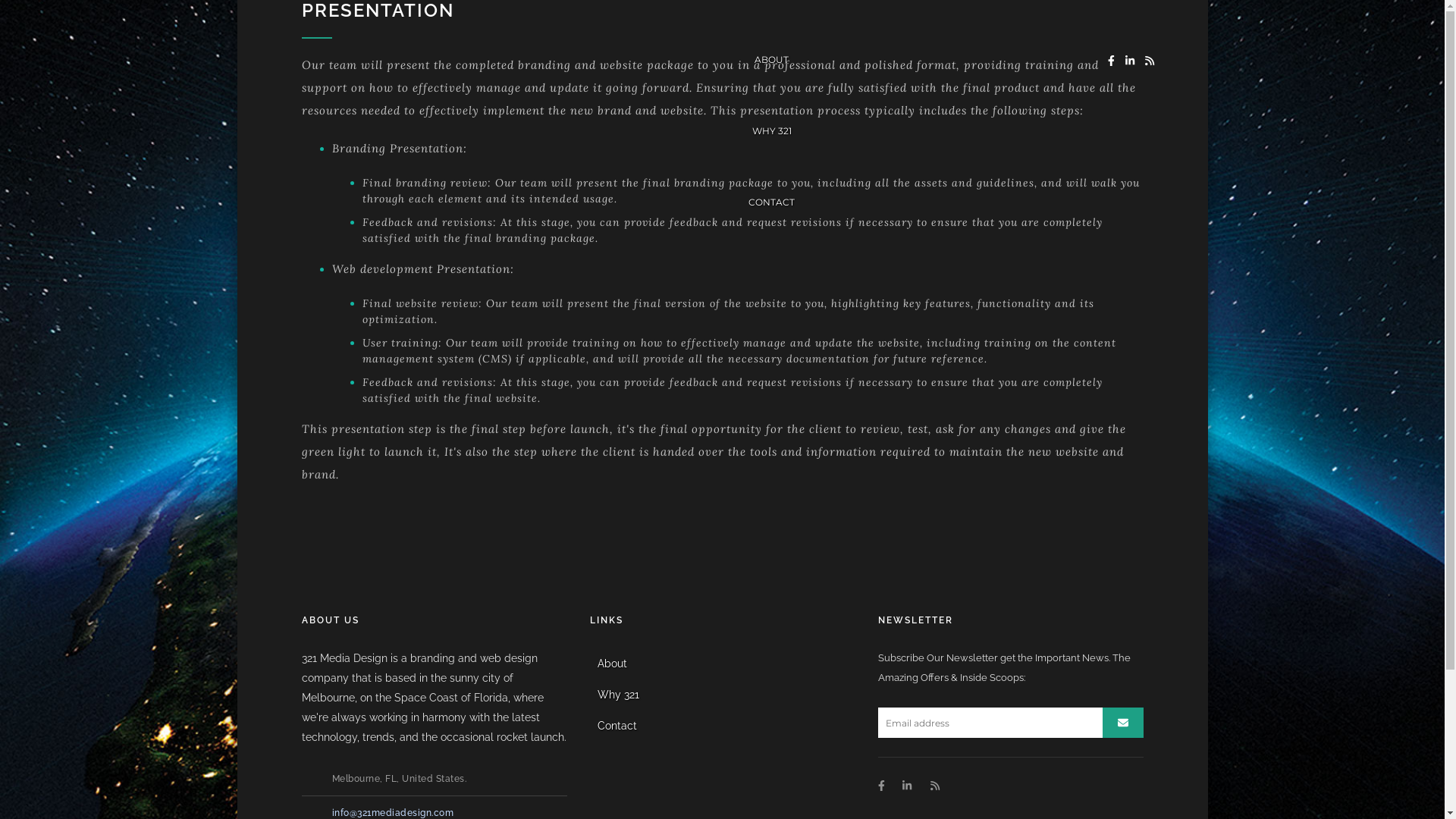 This screenshot has height=819, width=1456. I want to click on 'RSS', so click(1150, 60).